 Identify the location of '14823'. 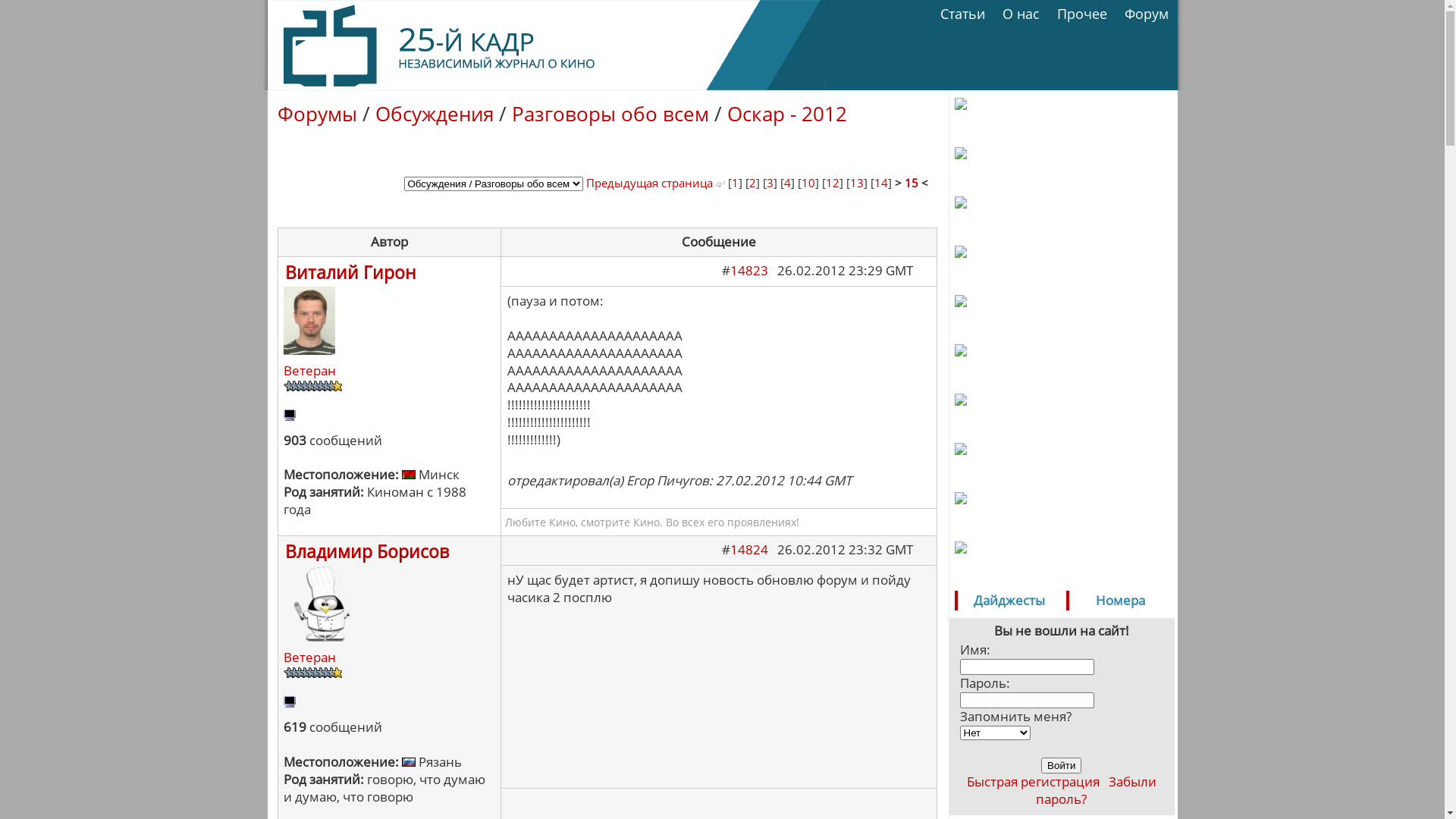
(748, 269).